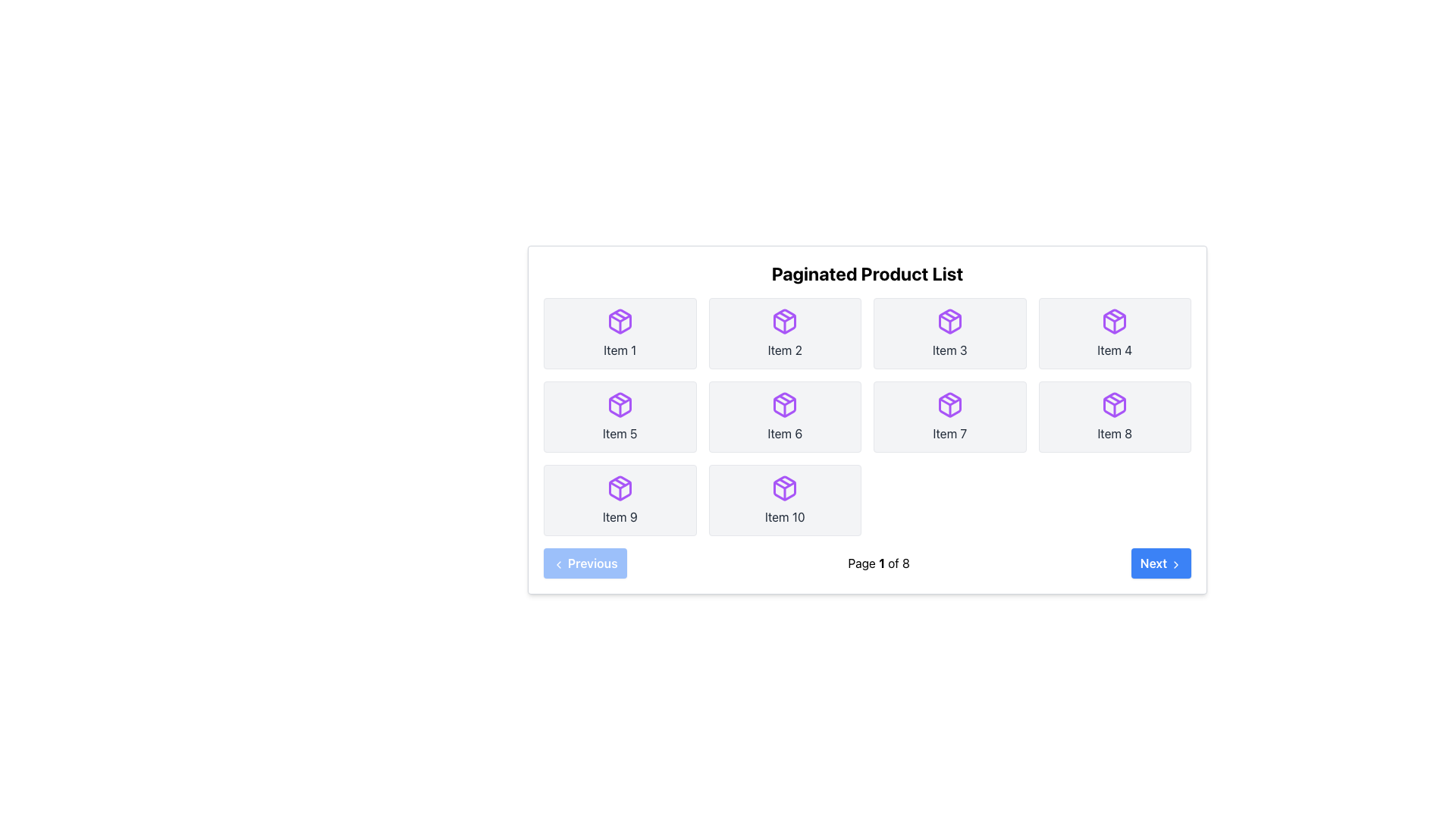  Describe the element at coordinates (949, 321) in the screenshot. I see `the purple package box icon located in the card labeled 'Item 3' in the first row of a 4-column grid layout` at that location.